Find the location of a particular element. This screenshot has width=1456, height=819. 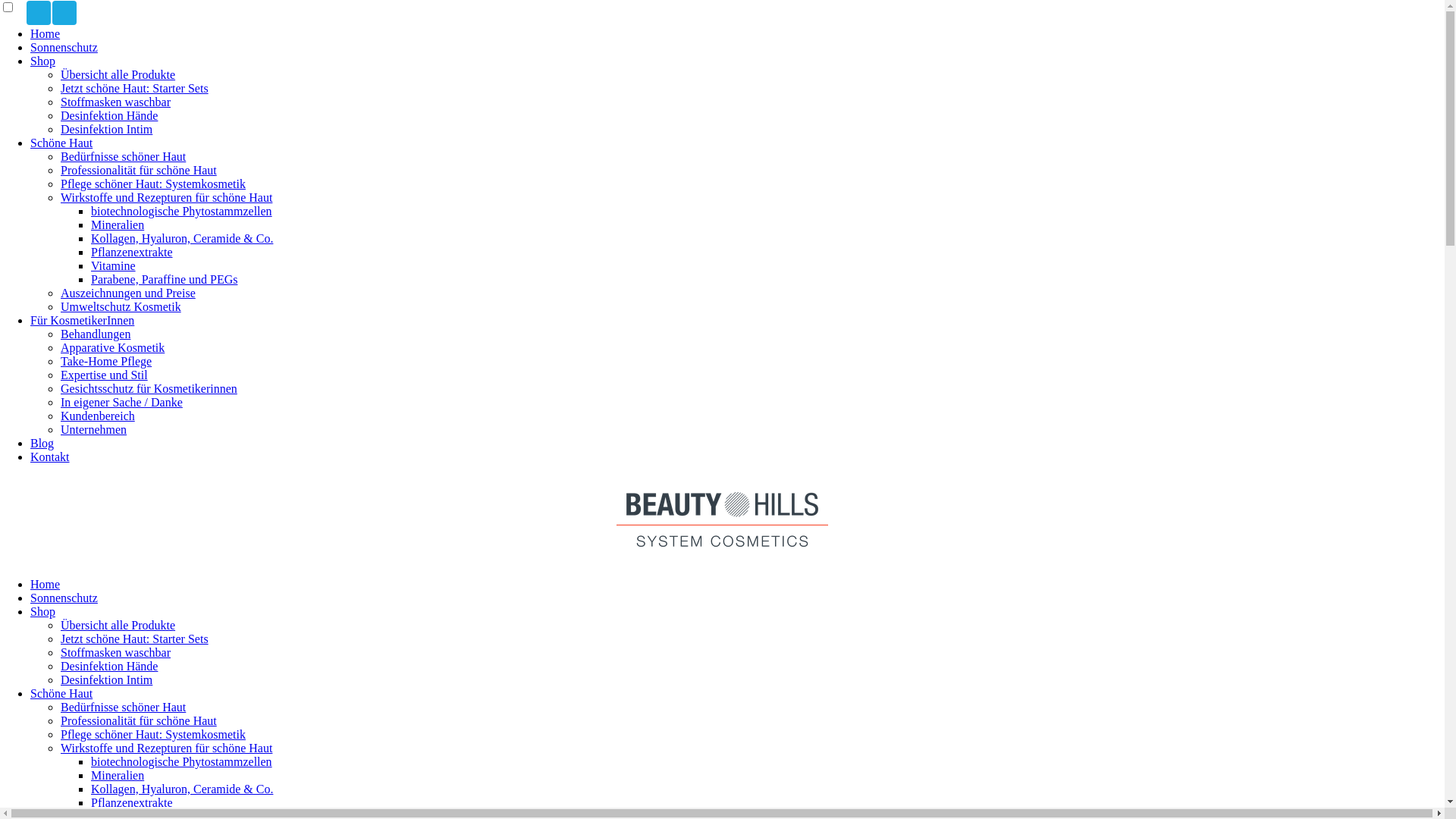

'Desinfektion Intim' is located at coordinates (105, 128).